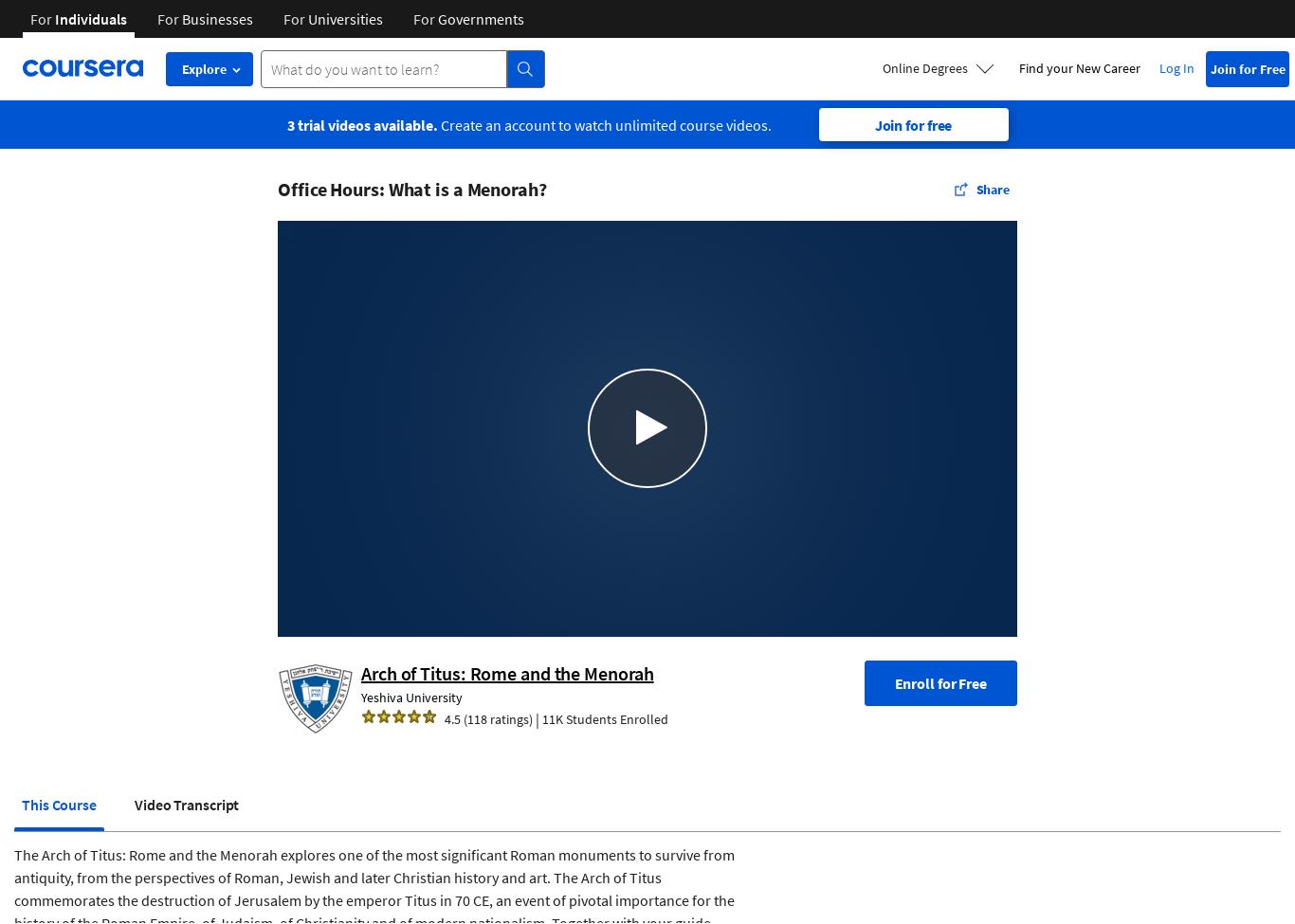 Image resolution: width=1295 pixels, height=924 pixels. Describe the element at coordinates (286, 123) in the screenshot. I see `'3 trial videos available.'` at that location.